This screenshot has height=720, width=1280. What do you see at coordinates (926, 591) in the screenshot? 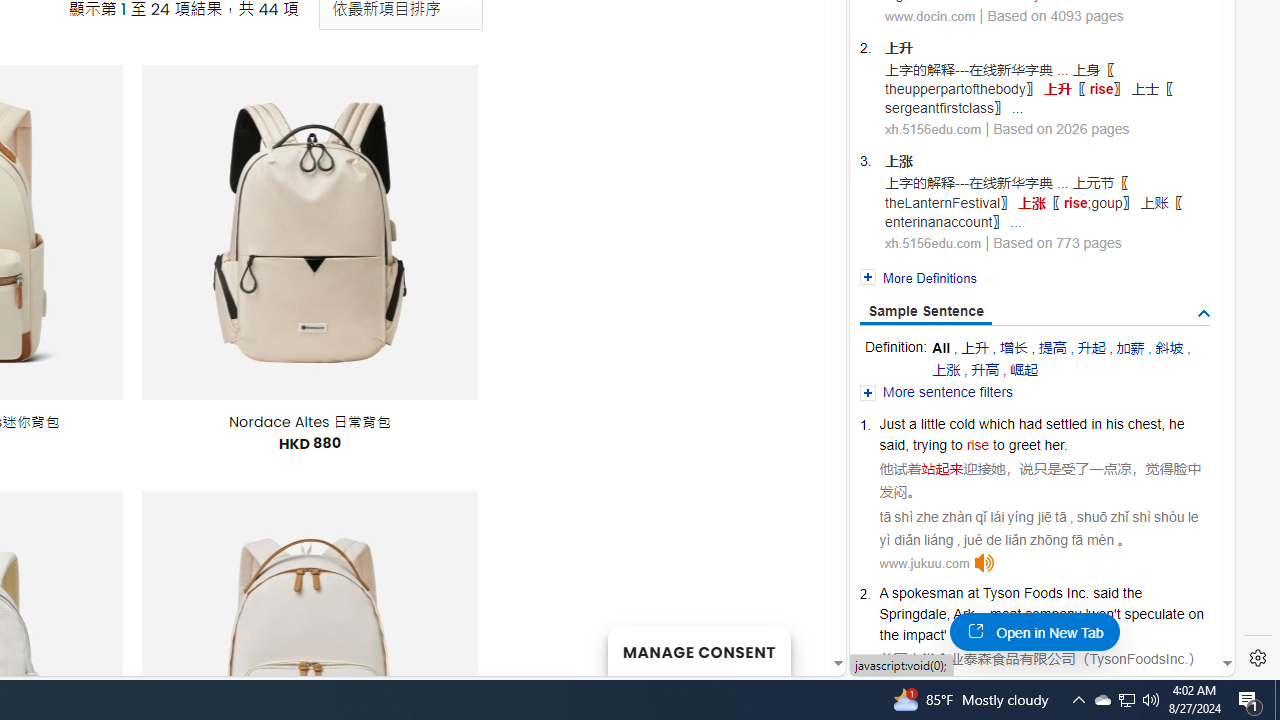
I see `'spokesman'` at bounding box center [926, 591].